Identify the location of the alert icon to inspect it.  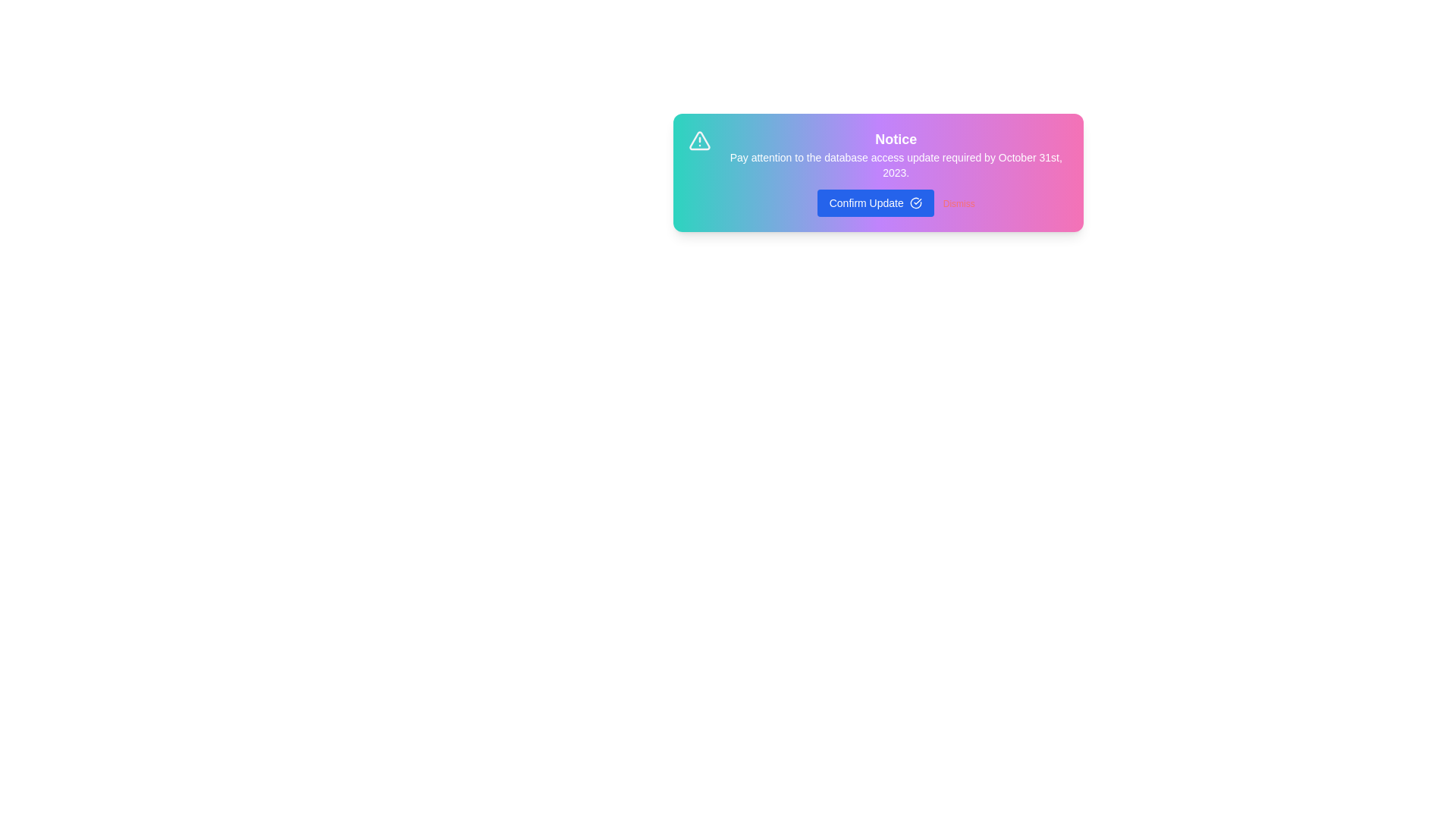
(698, 140).